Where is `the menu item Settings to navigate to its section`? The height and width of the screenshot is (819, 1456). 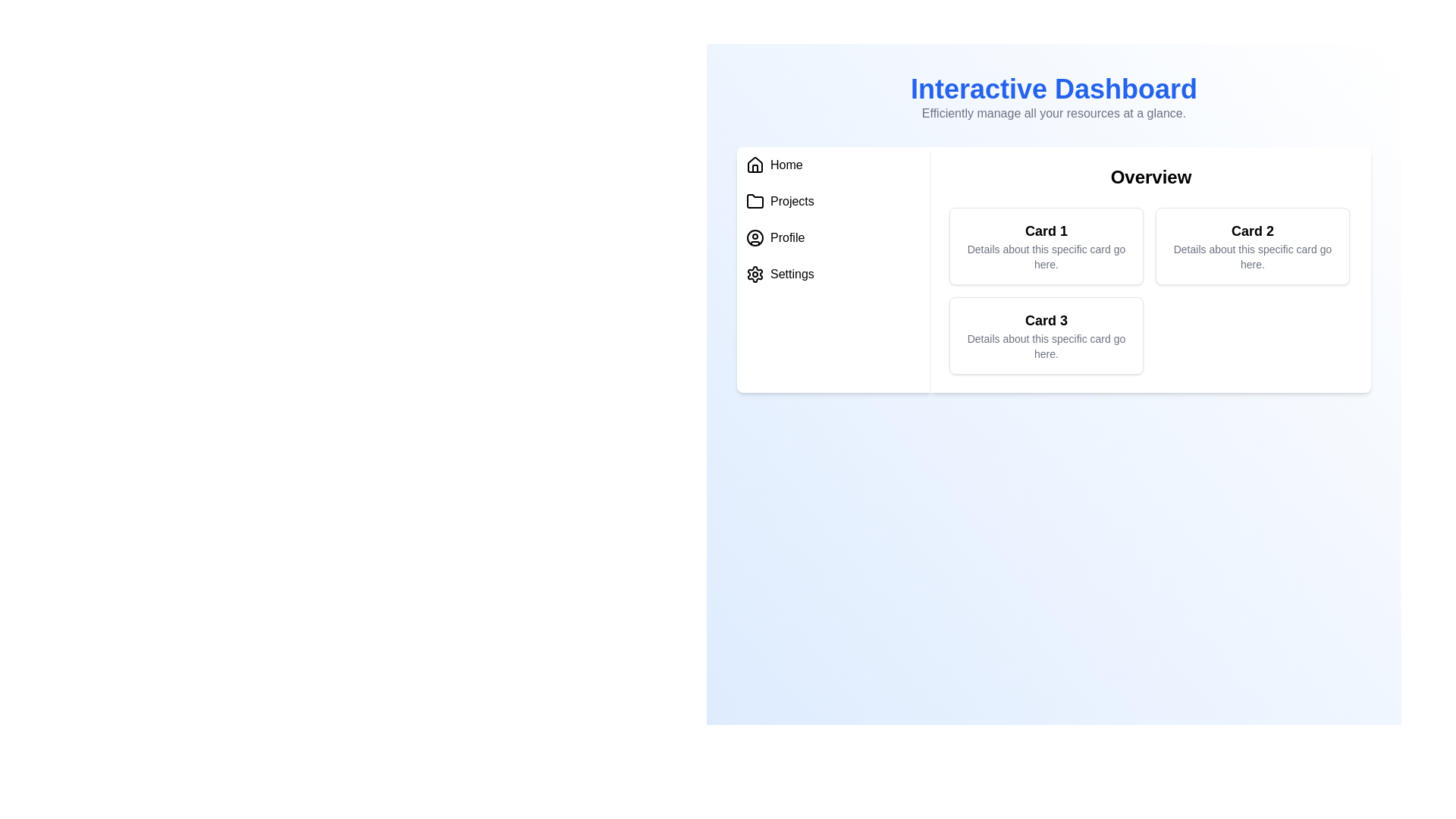
the menu item Settings to navigate to its section is located at coordinates (833, 275).